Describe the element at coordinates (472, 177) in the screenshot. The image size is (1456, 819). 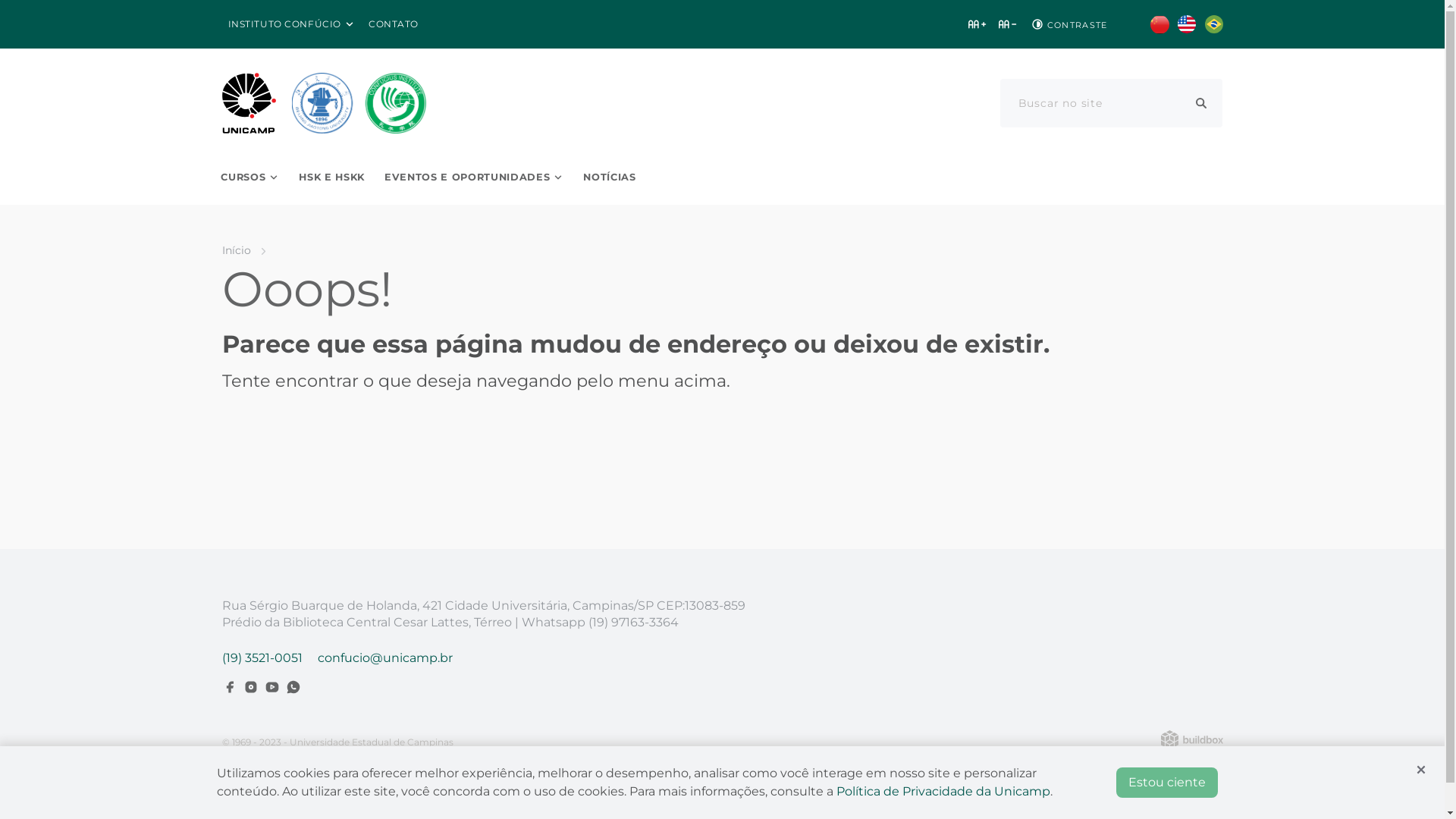
I see `'EVENTOS E OPORTUNIDADES'` at that location.